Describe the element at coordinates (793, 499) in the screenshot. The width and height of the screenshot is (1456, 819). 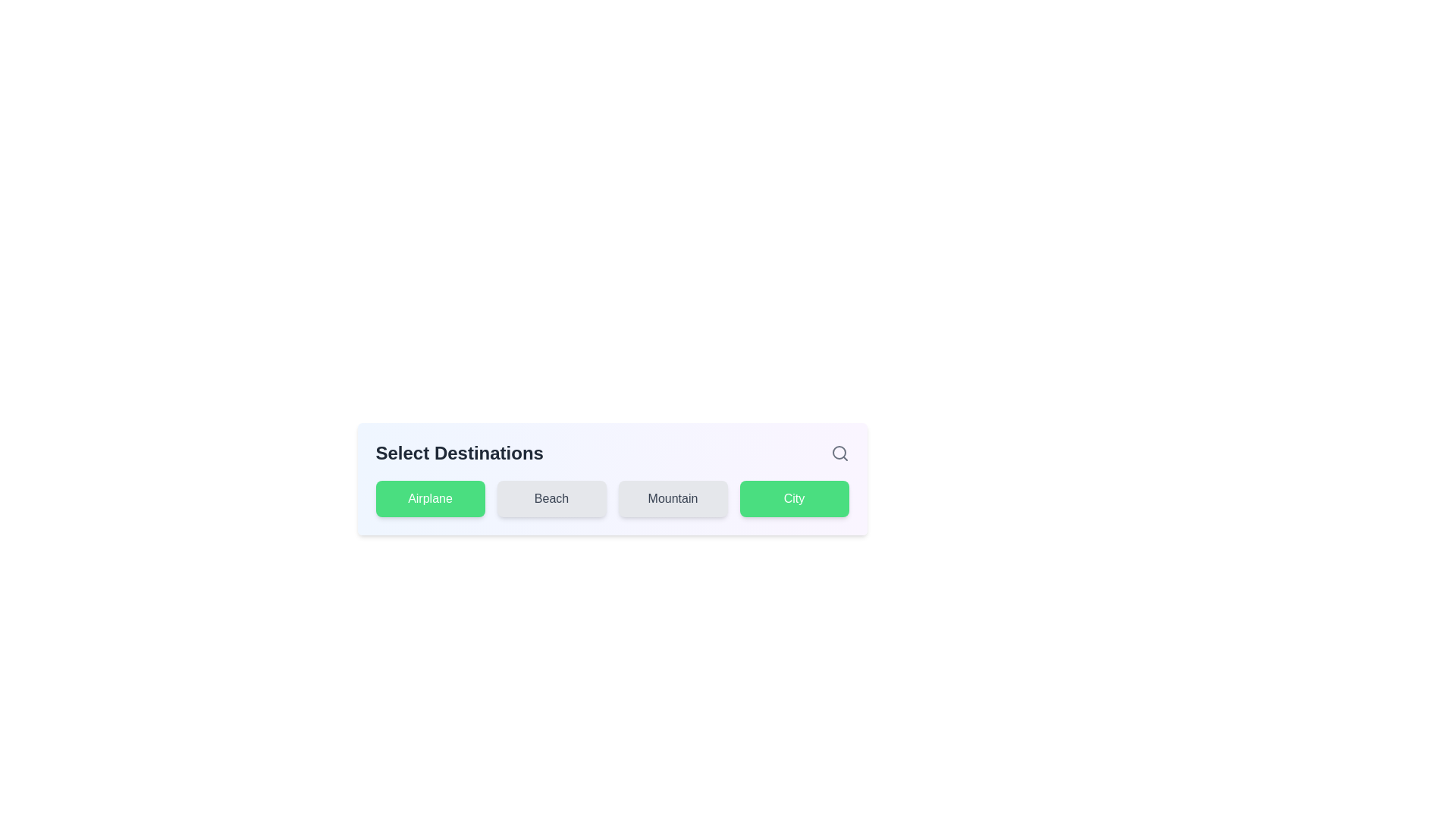
I see `the item labeled City in the grid` at that location.